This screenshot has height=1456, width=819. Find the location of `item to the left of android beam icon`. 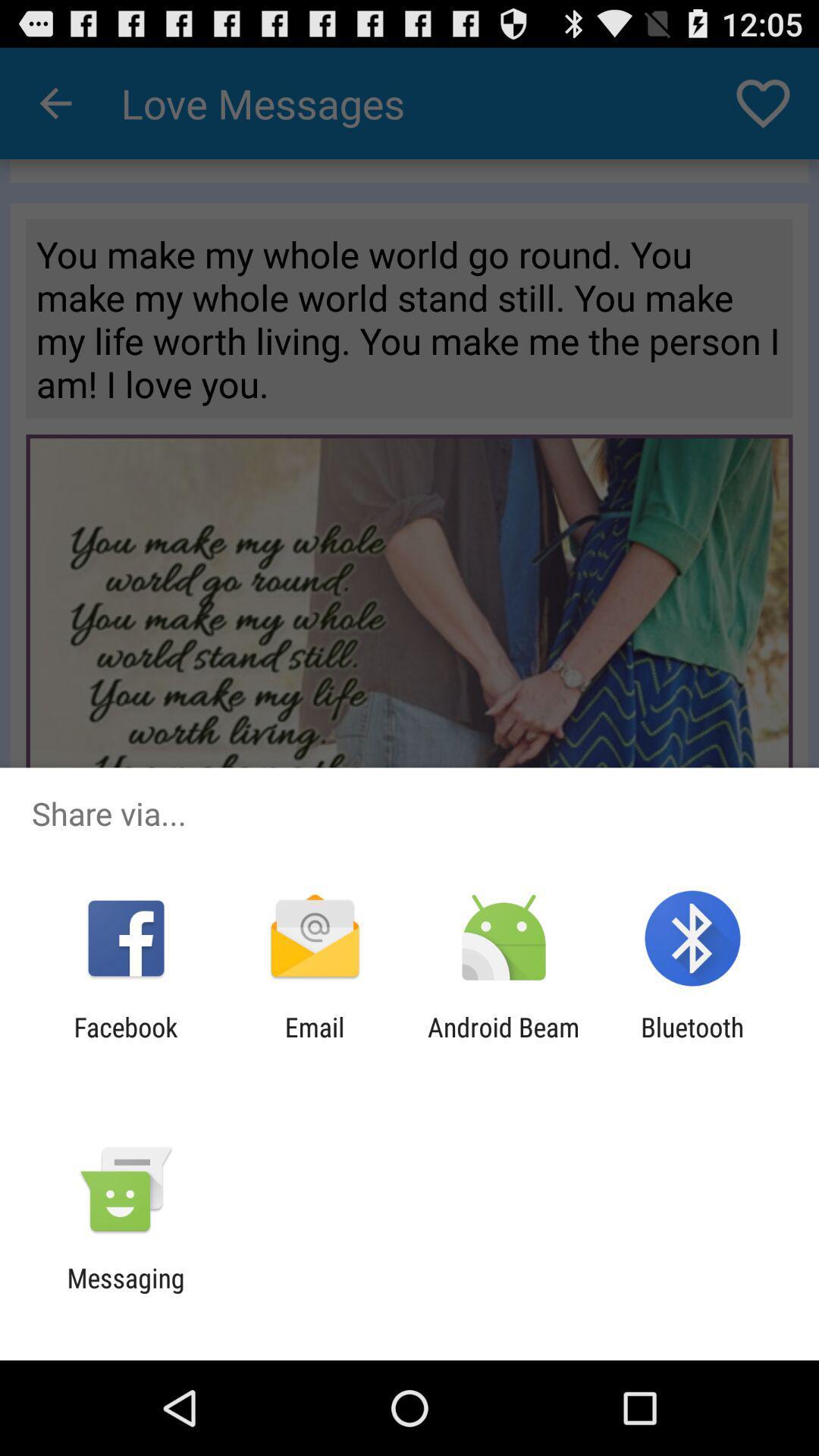

item to the left of android beam icon is located at coordinates (314, 1042).